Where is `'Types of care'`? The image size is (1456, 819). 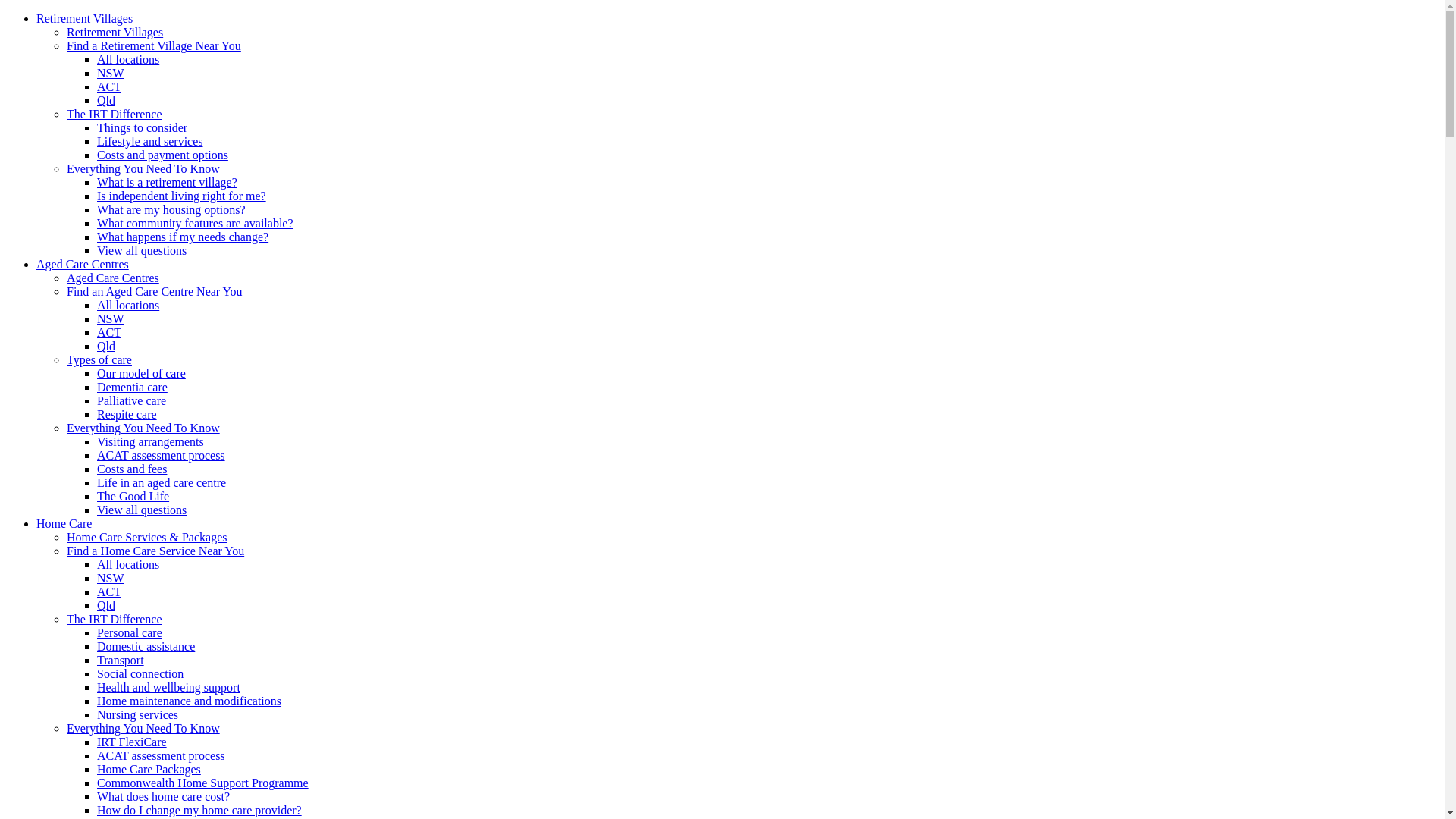 'Types of care' is located at coordinates (98, 359).